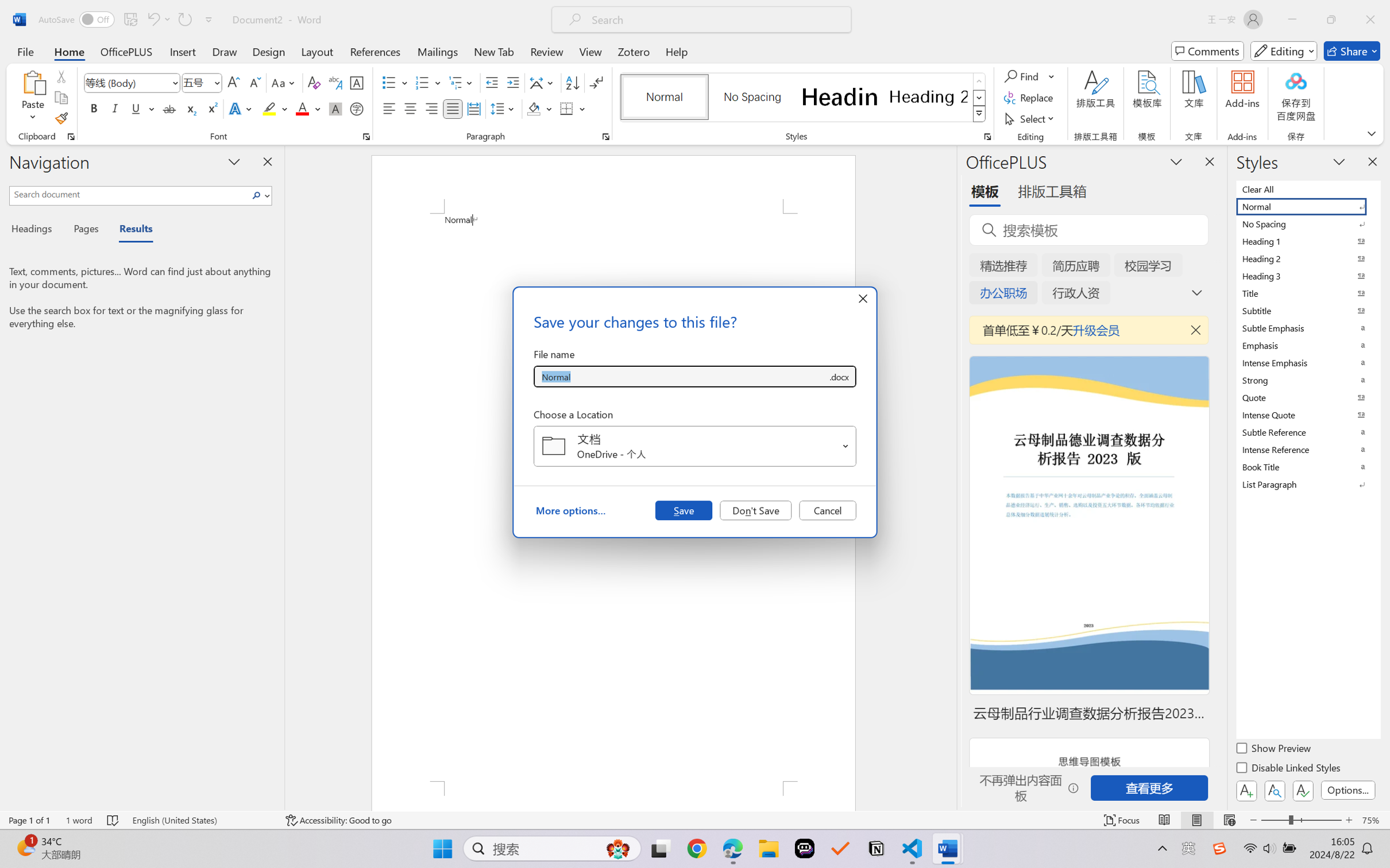 The width and height of the screenshot is (1390, 868). I want to click on 'Change Case', so click(283, 83).